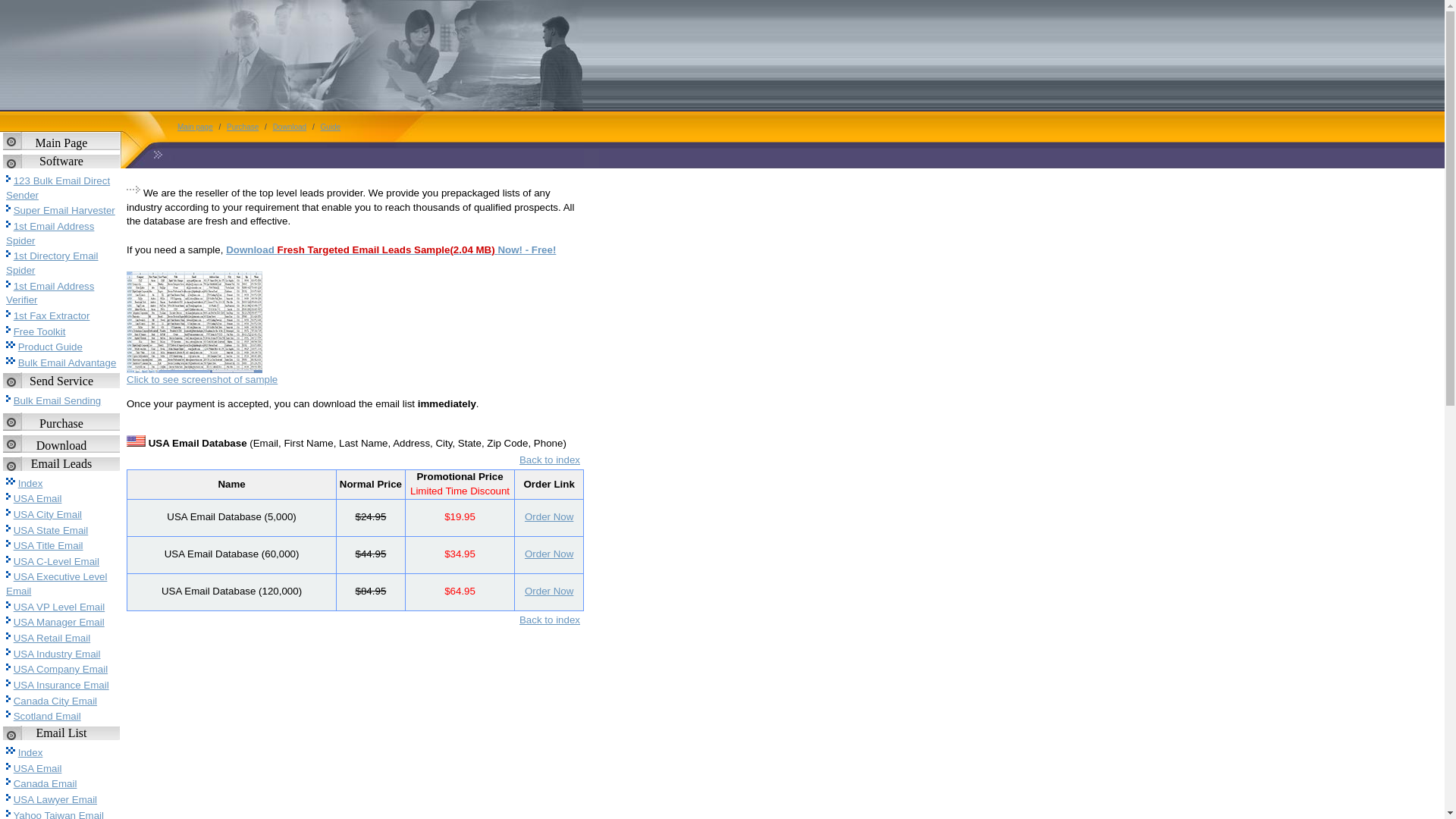 This screenshot has height=819, width=1456. Describe the element at coordinates (61, 143) in the screenshot. I see `'Main Page'` at that location.